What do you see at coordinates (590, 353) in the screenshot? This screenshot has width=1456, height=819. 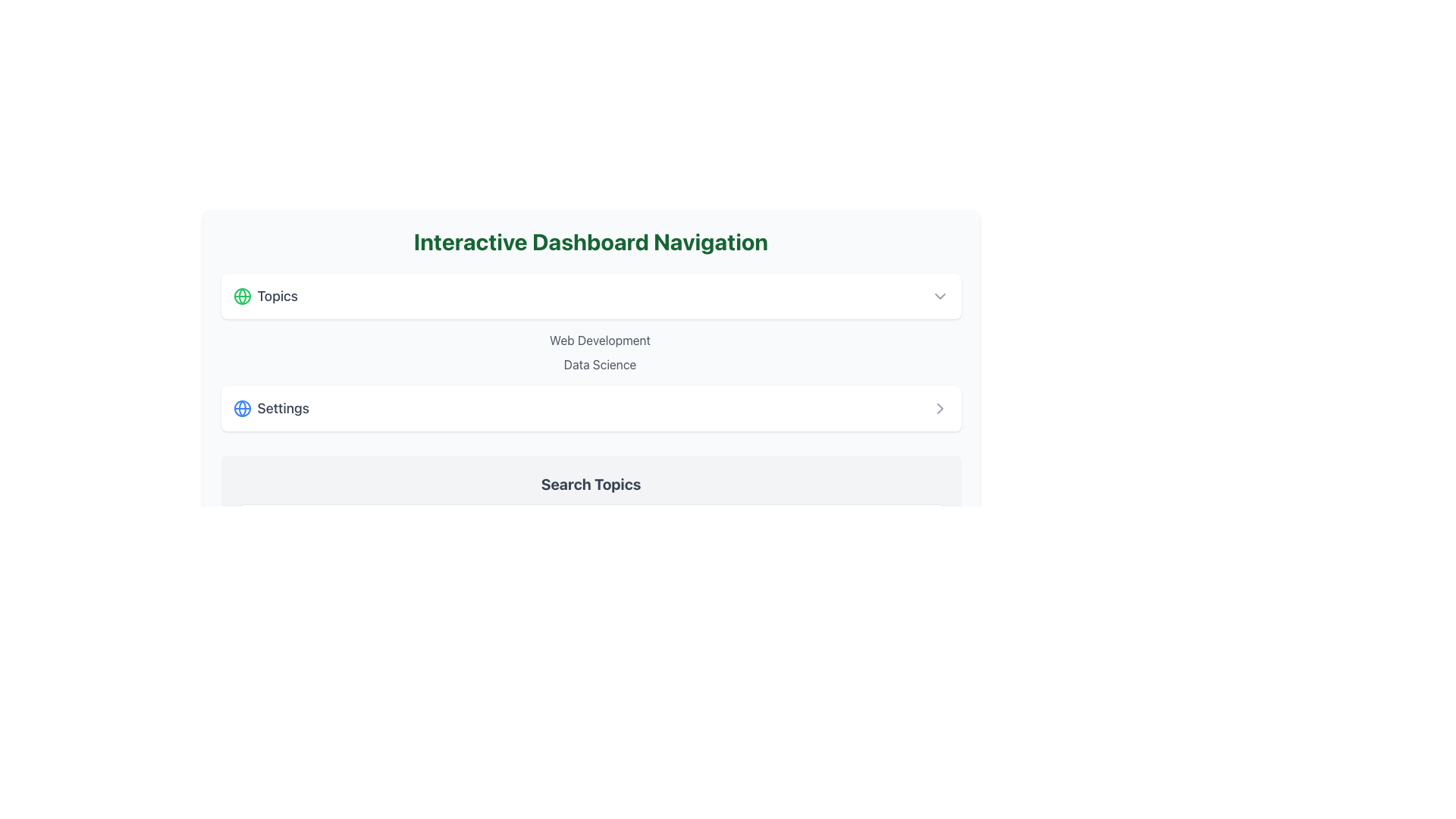 I see `the 'Data Science' topic in the Text Display Component located in the interactive navigation section, between the 'Topics' and 'Settings' buttons` at bounding box center [590, 353].